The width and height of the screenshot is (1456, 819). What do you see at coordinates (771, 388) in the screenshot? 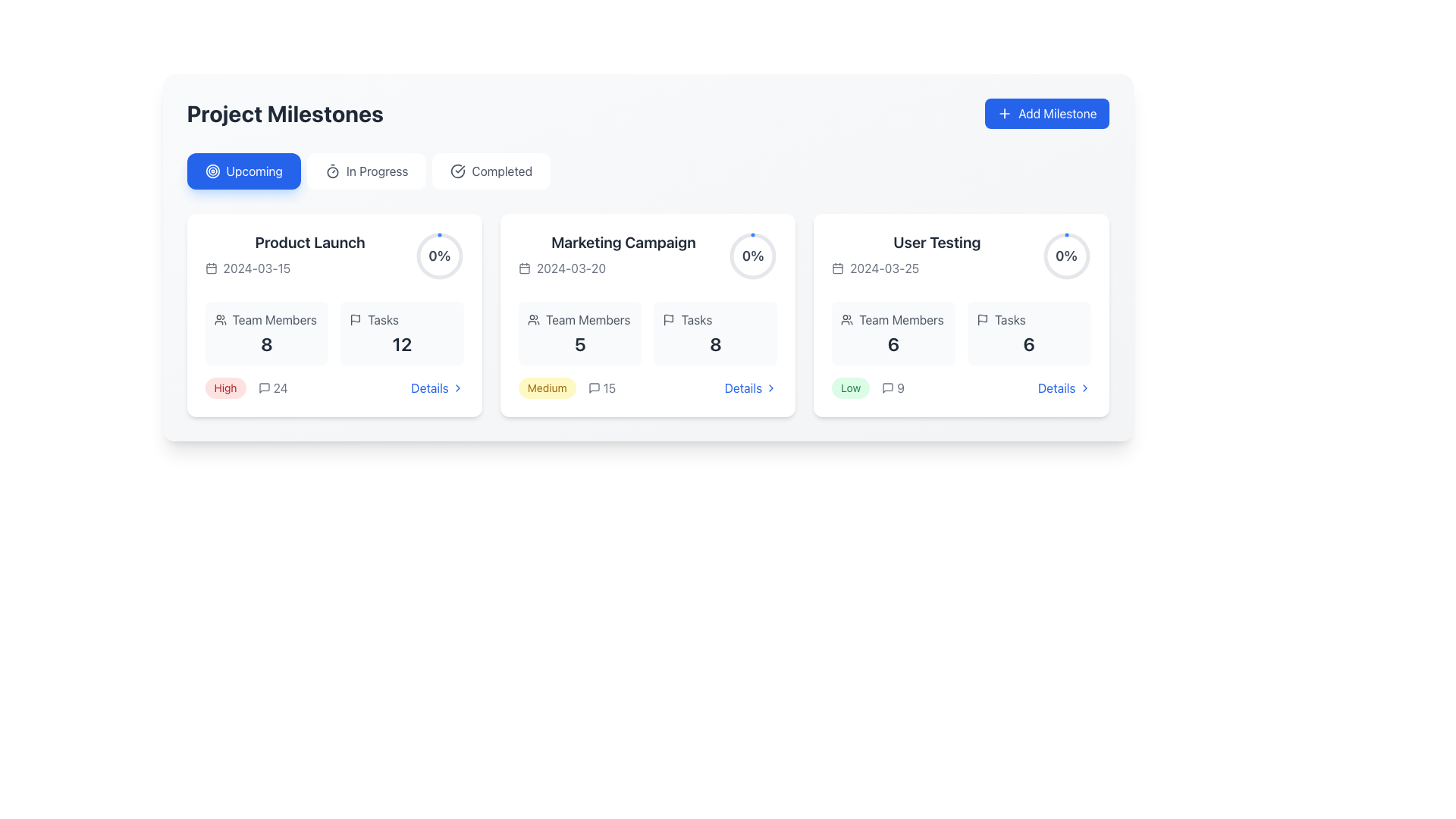
I see `the rightward-pointing chevron icon located on the right-hand side of the 'Details' text link in the 'Marketing Campaign' section` at bounding box center [771, 388].